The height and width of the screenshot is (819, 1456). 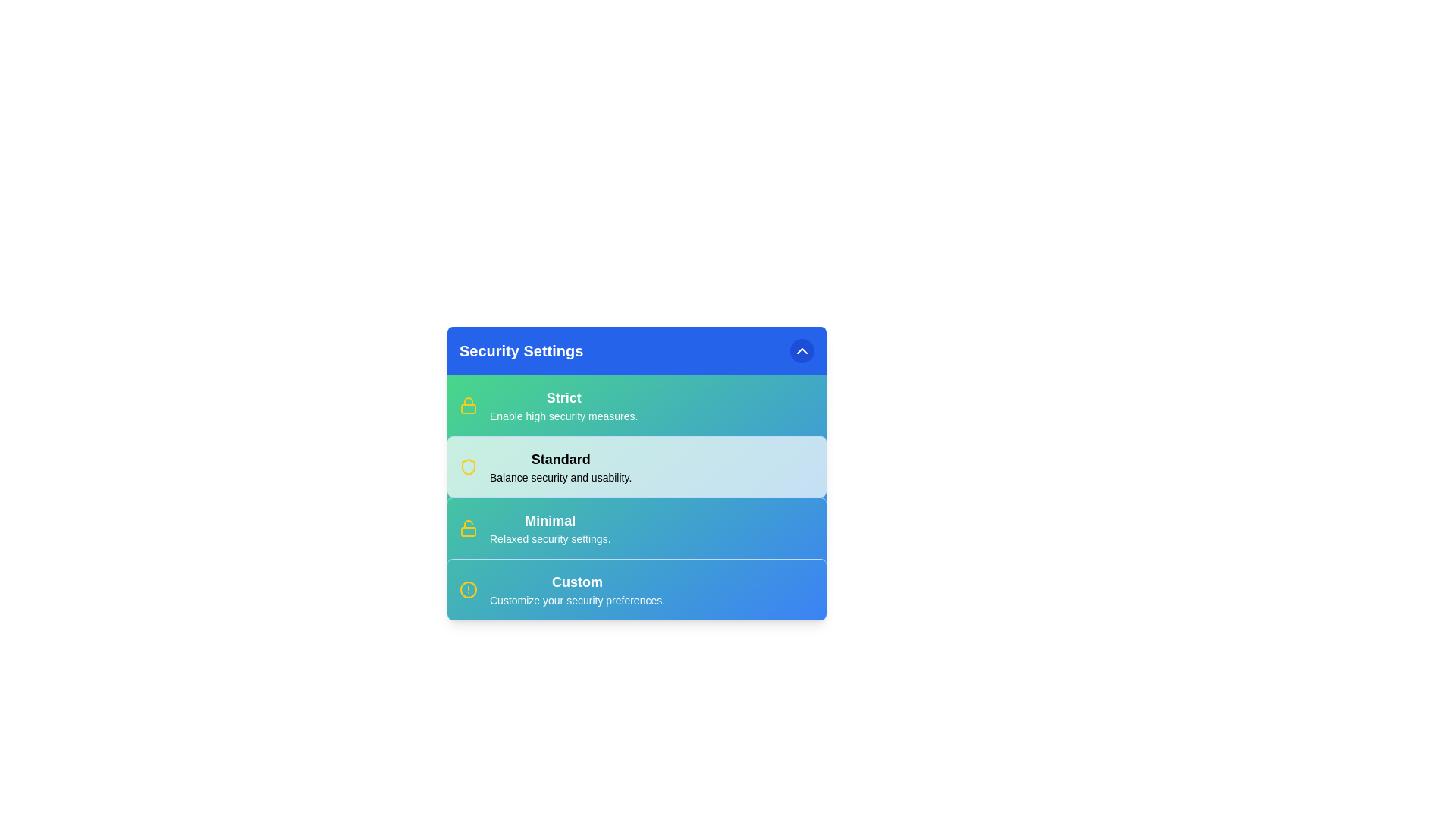 What do you see at coordinates (576, 581) in the screenshot?
I see `the security option Custom to read its description` at bounding box center [576, 581].